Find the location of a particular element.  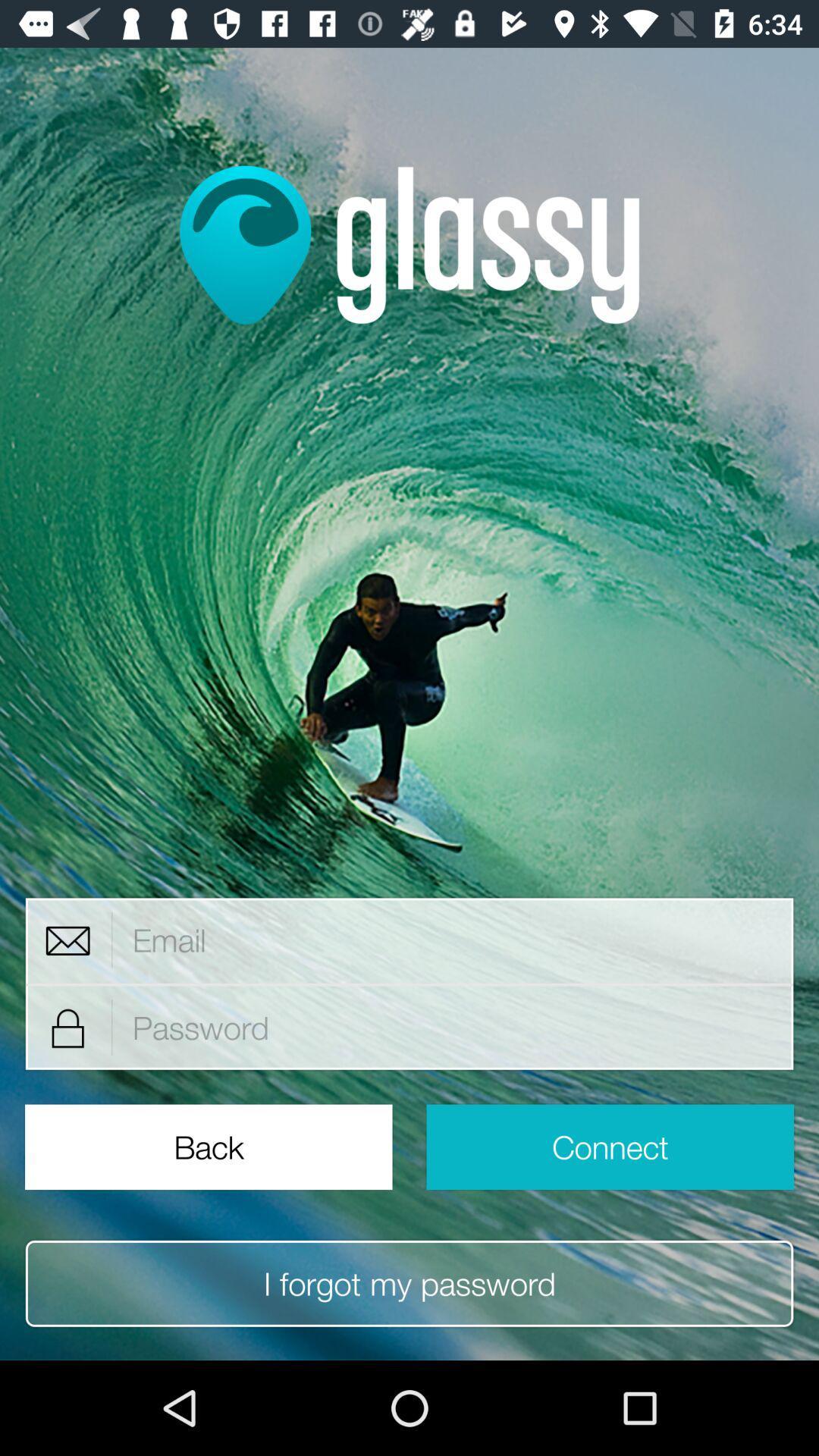

the item to the right of back icon is located at coordinates (609, 1147).